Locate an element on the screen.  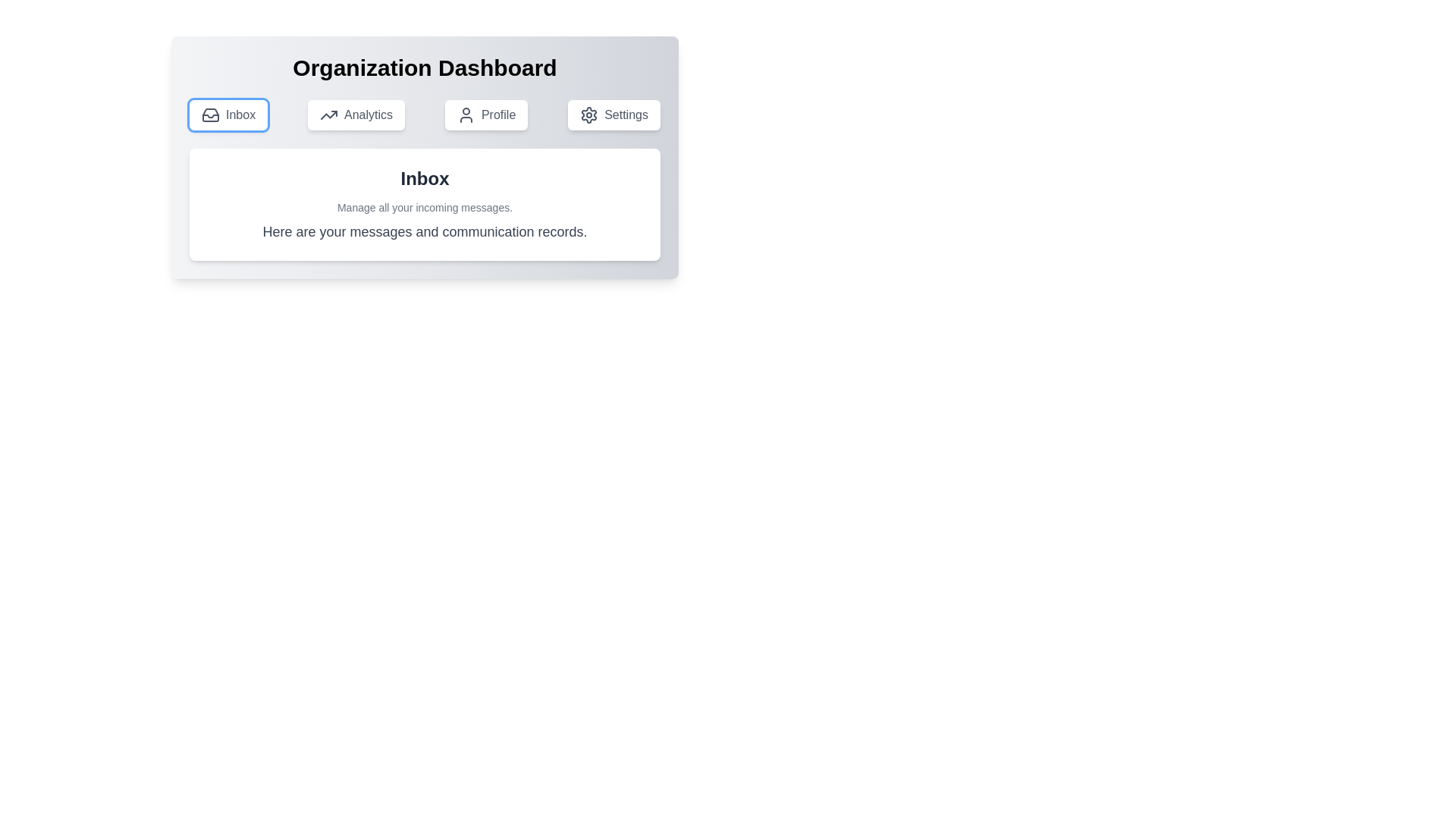
the 'Settings' button, which is a rectangular button with a cogwheel icon and dark gray text, located as the fourth button in a horizontal navigation row is located at coordinates (614, 114).